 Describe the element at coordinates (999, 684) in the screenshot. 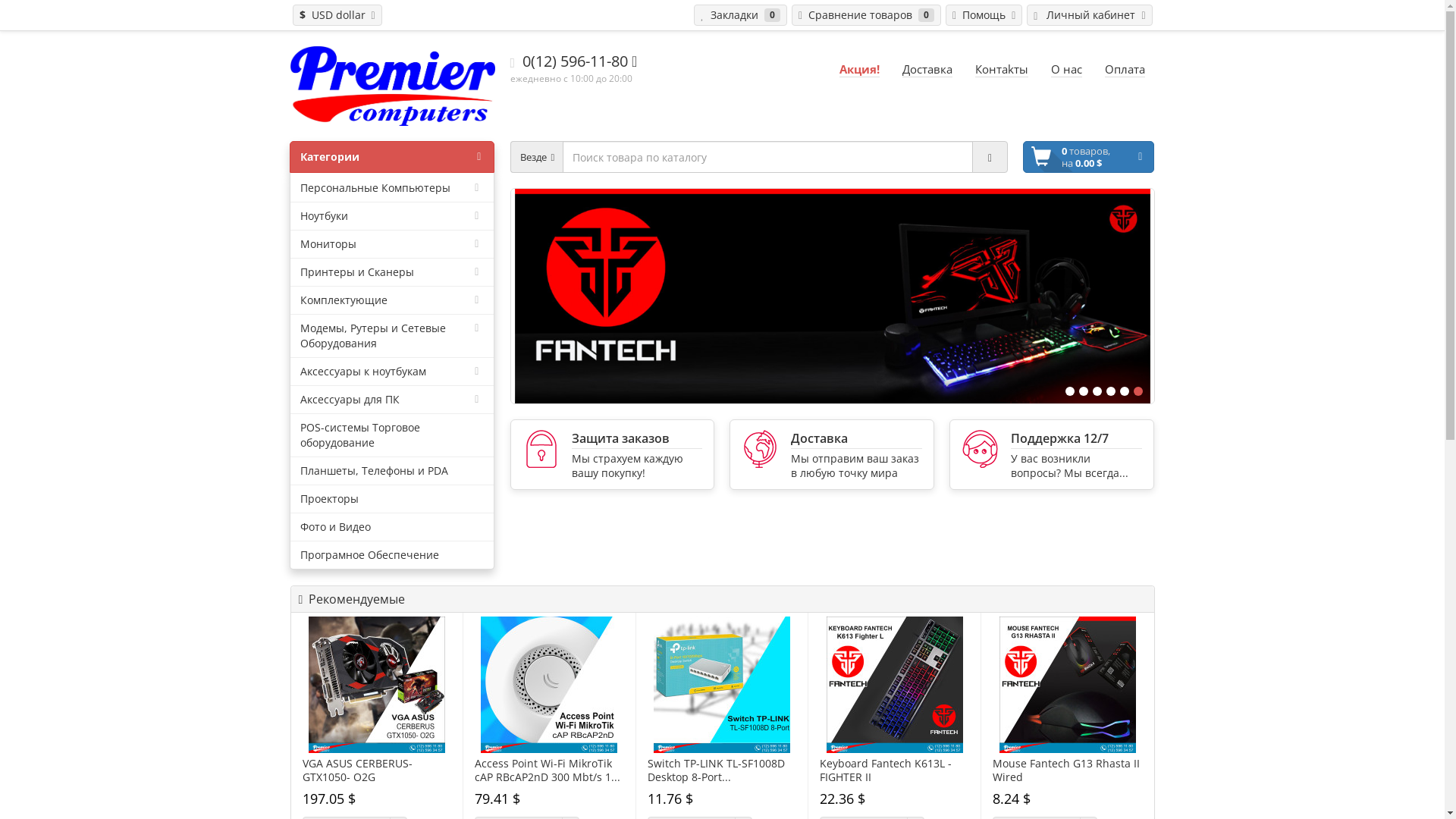

I see `'Mouse Fantech G13 Rhasta II Wired'` at that location.